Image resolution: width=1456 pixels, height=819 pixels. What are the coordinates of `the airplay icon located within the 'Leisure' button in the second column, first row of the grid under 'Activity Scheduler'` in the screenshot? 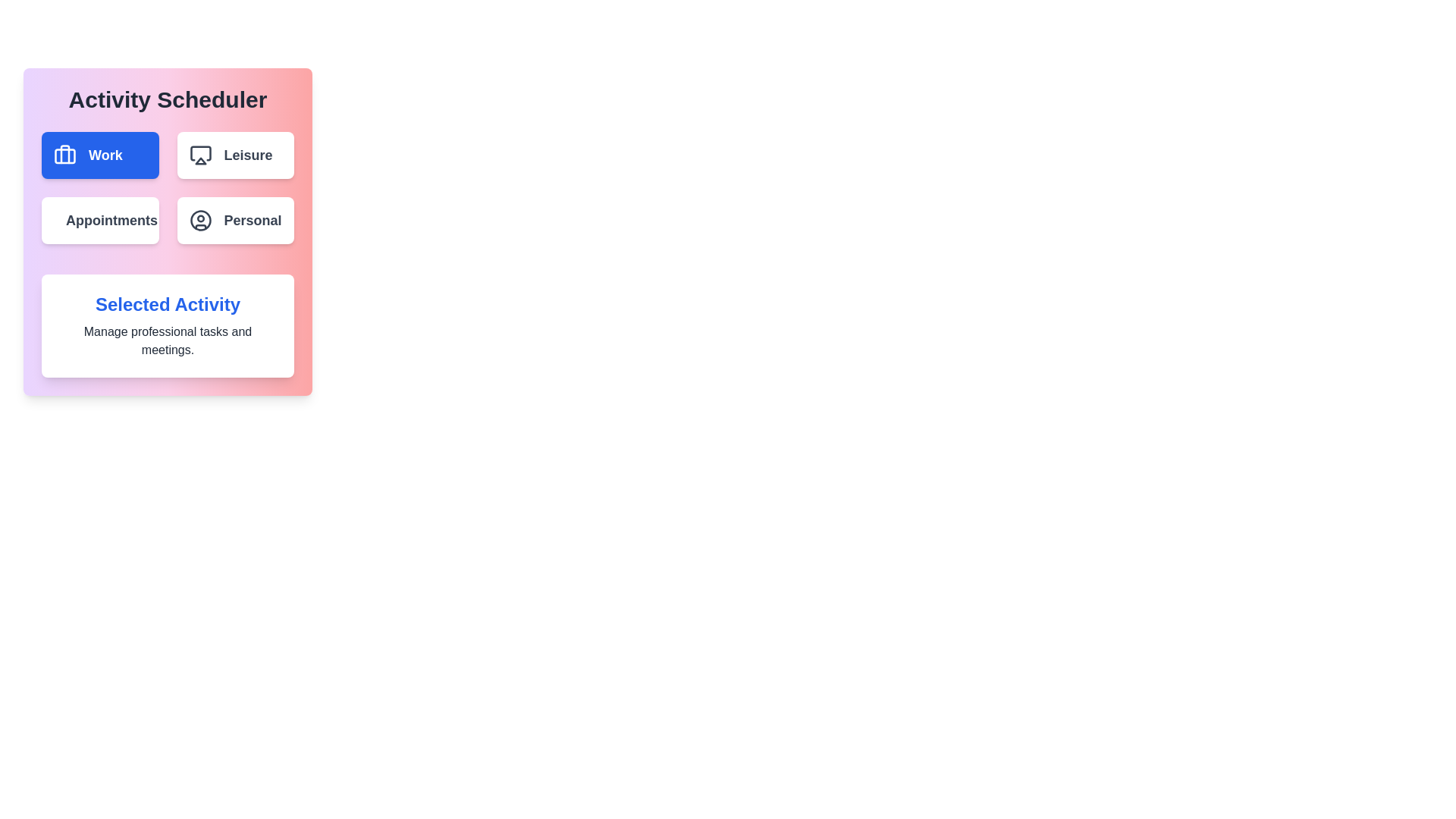 It's located at (199, 155).